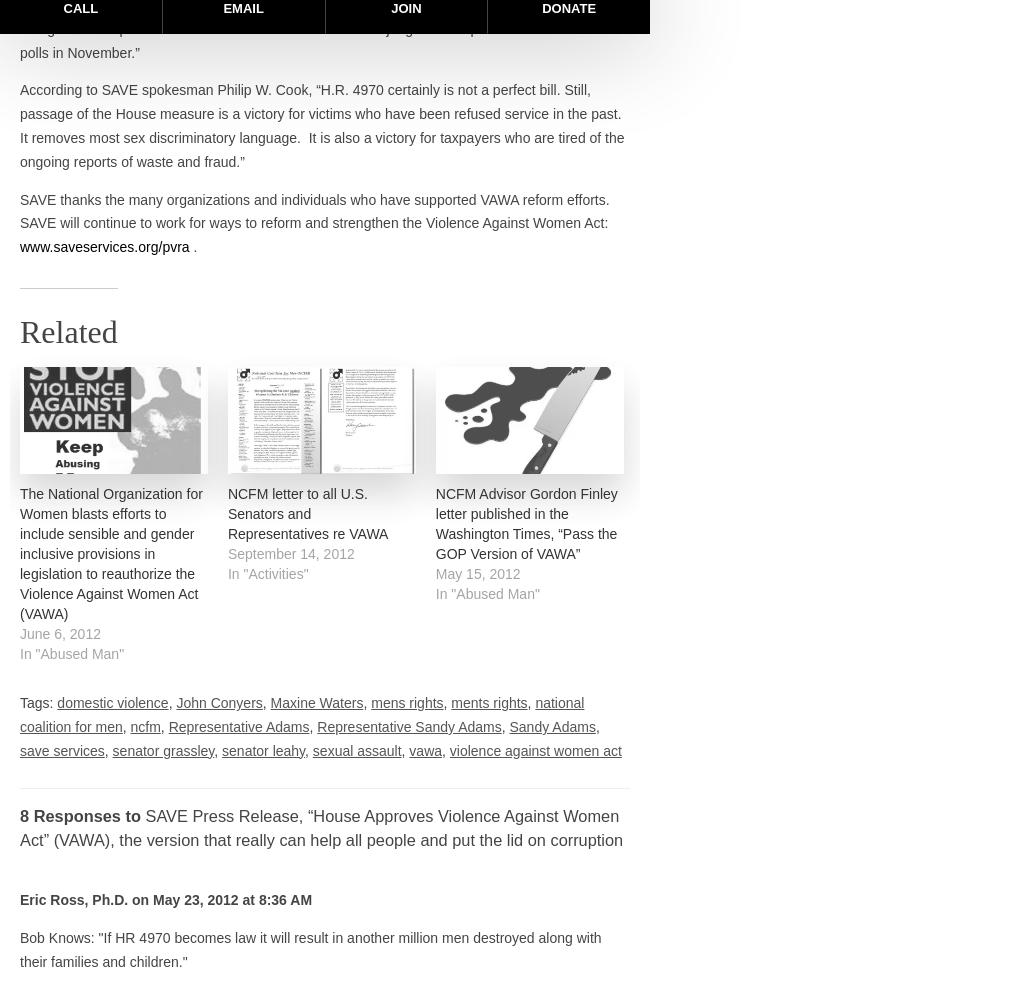 The height and width of the screenshot is (983, 1020). Describe the element at coordinates (409, 726) in the screenshot. I see `'Representative Sandy Adams'` at that location.